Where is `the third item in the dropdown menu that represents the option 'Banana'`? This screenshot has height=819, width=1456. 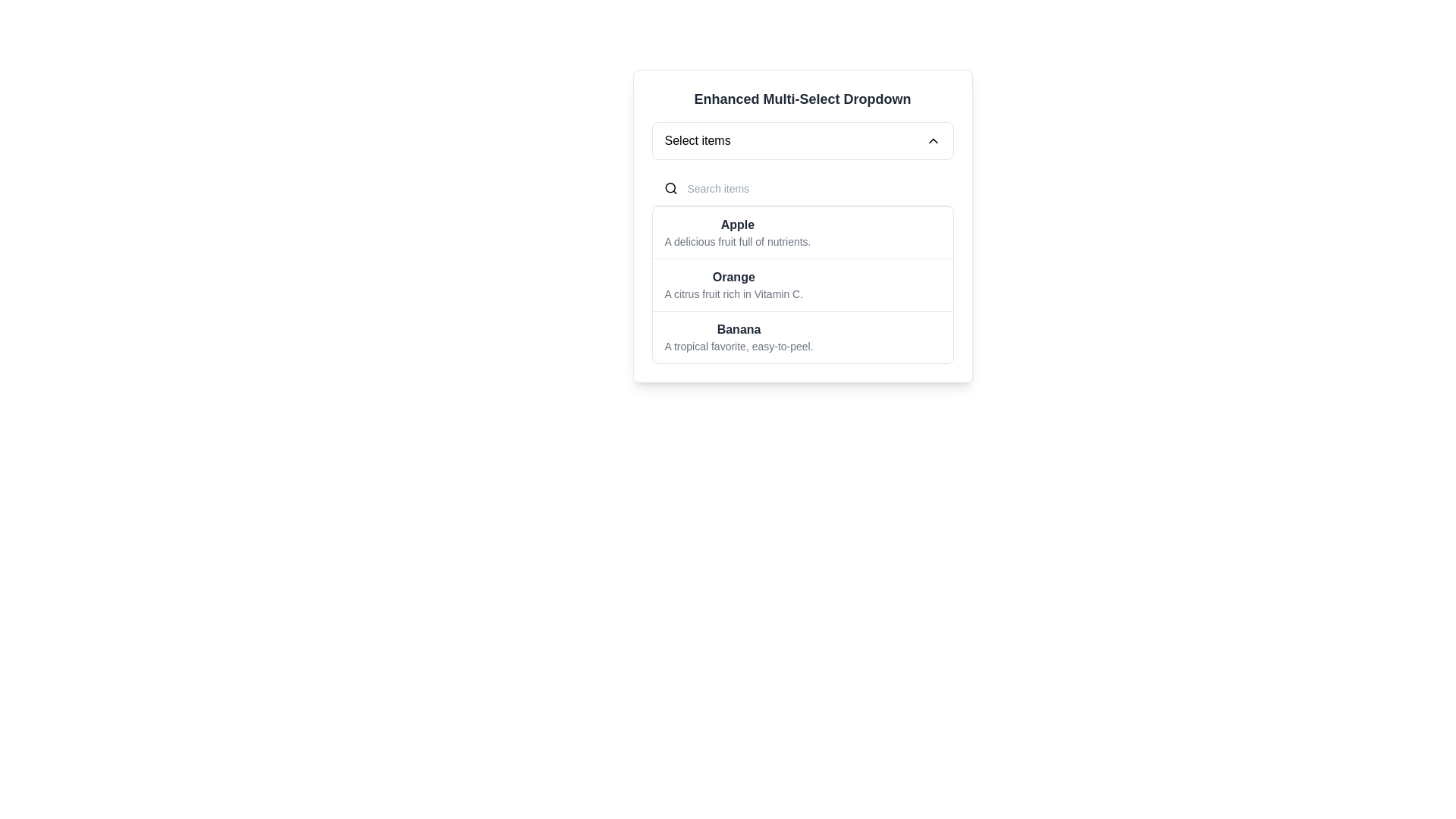
the third item in the dropdown menu that represents the option 'Banana' is located at coordinates (739, 336).